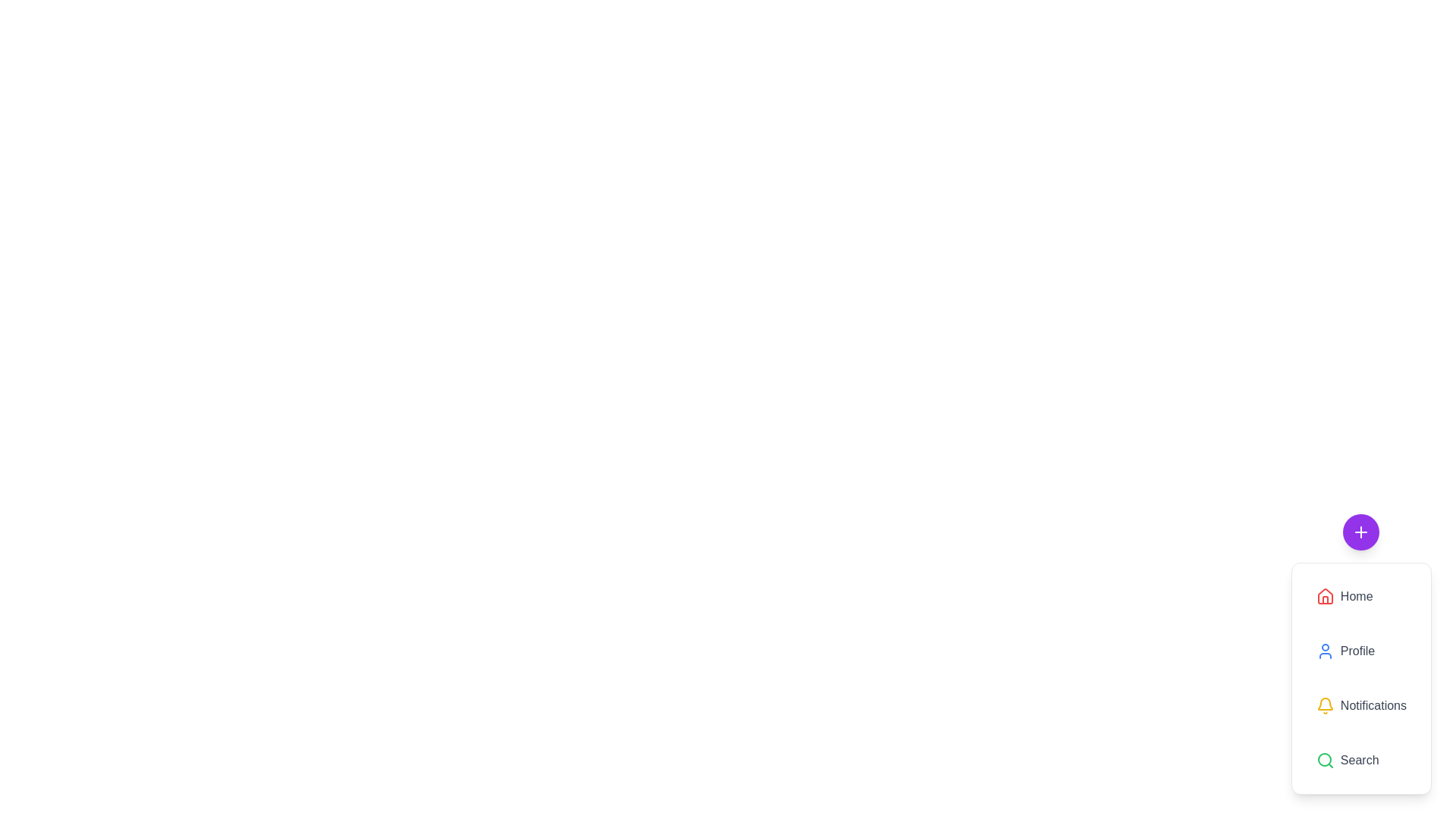 The width and height of the screenshot is (1456, 819). I want to click on the purple circular button with a plus icon to toggle the menu, so click(1361, 532).